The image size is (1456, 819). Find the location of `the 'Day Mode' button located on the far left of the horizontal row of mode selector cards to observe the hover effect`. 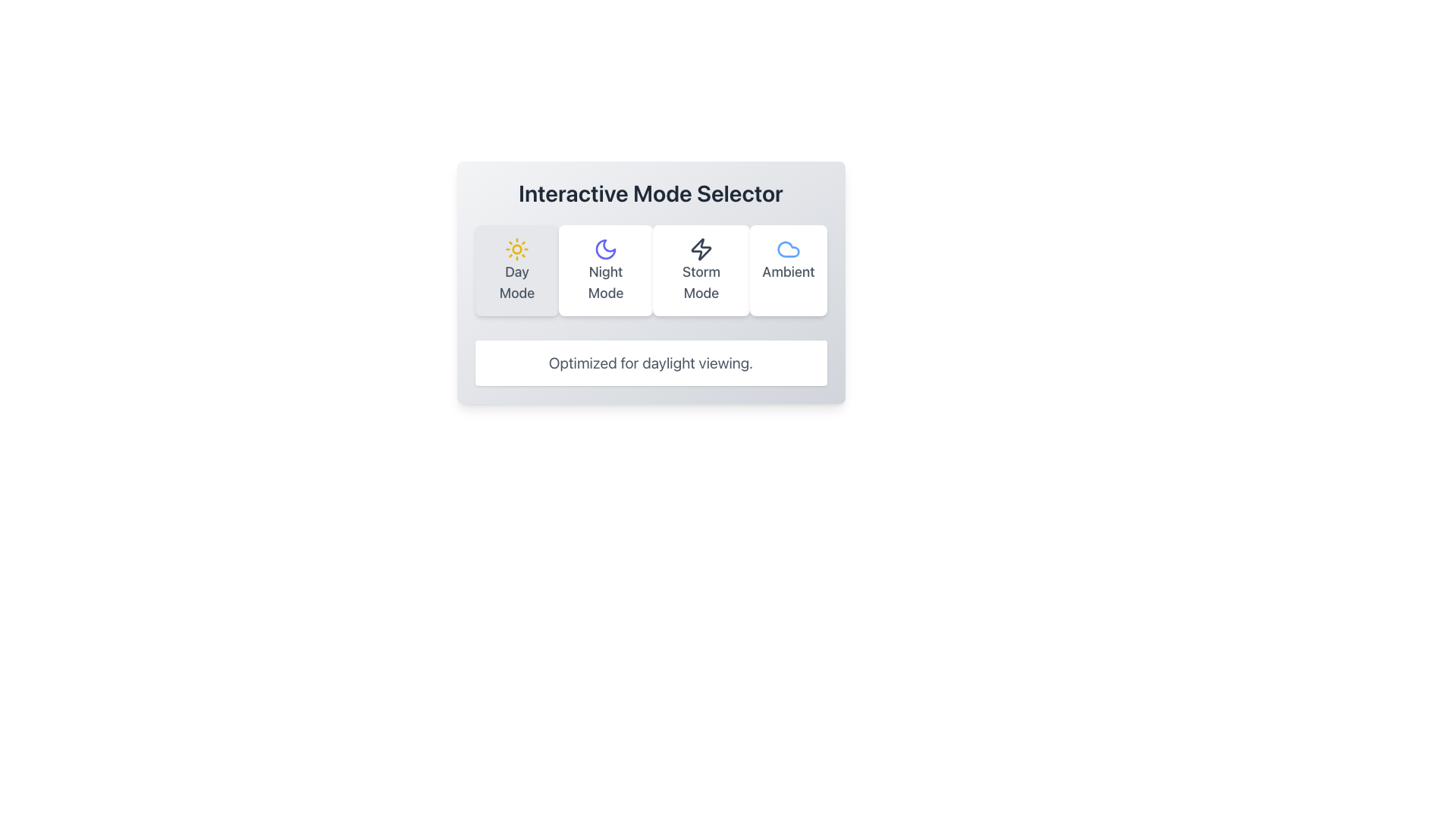

the 'Day Mode' button located on the far left of the horizontal row of mode selector cards to observe the hover effect is located at coordinates (516, 270).